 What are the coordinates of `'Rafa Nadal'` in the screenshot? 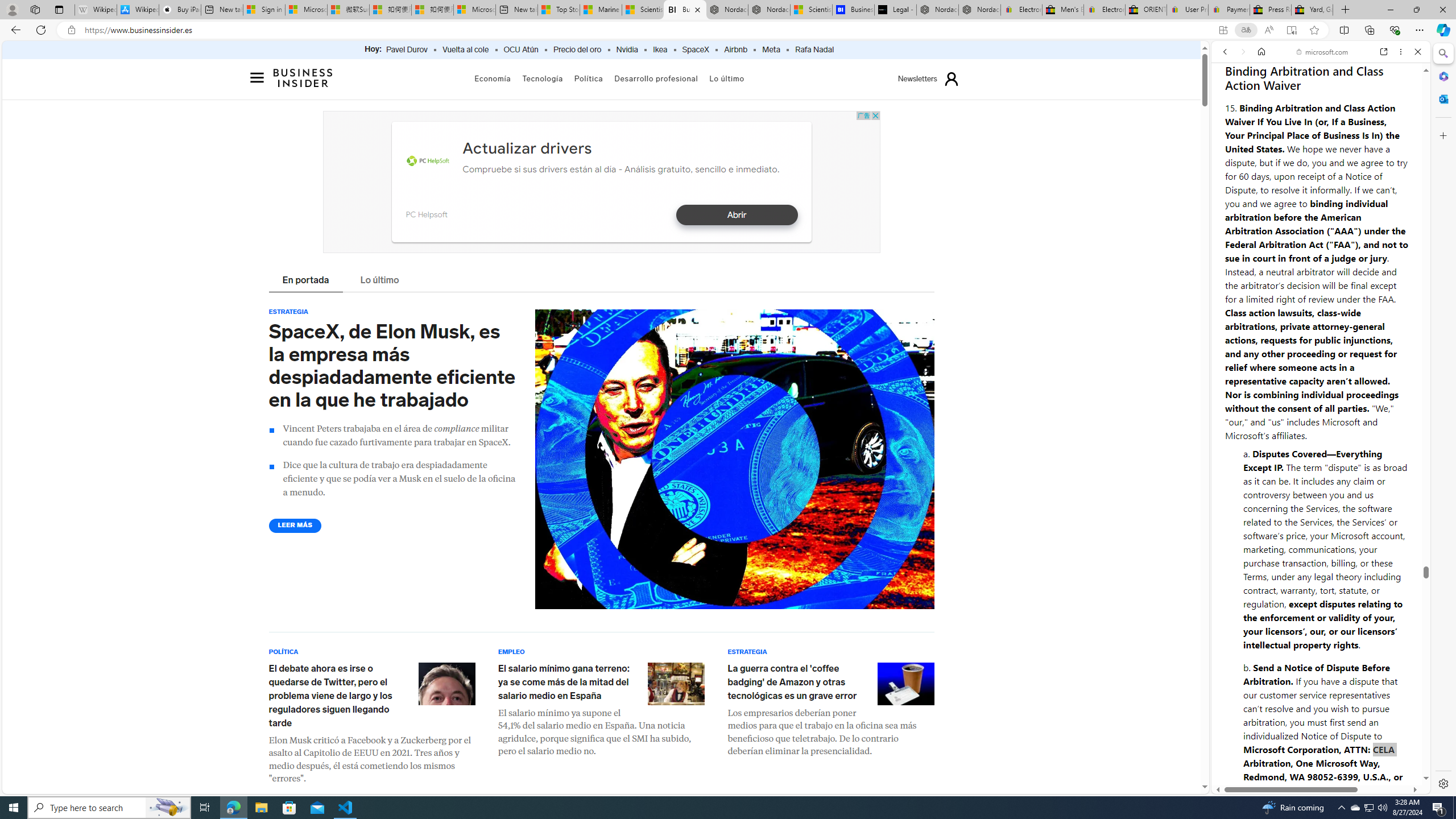 It's located at (814, 49).